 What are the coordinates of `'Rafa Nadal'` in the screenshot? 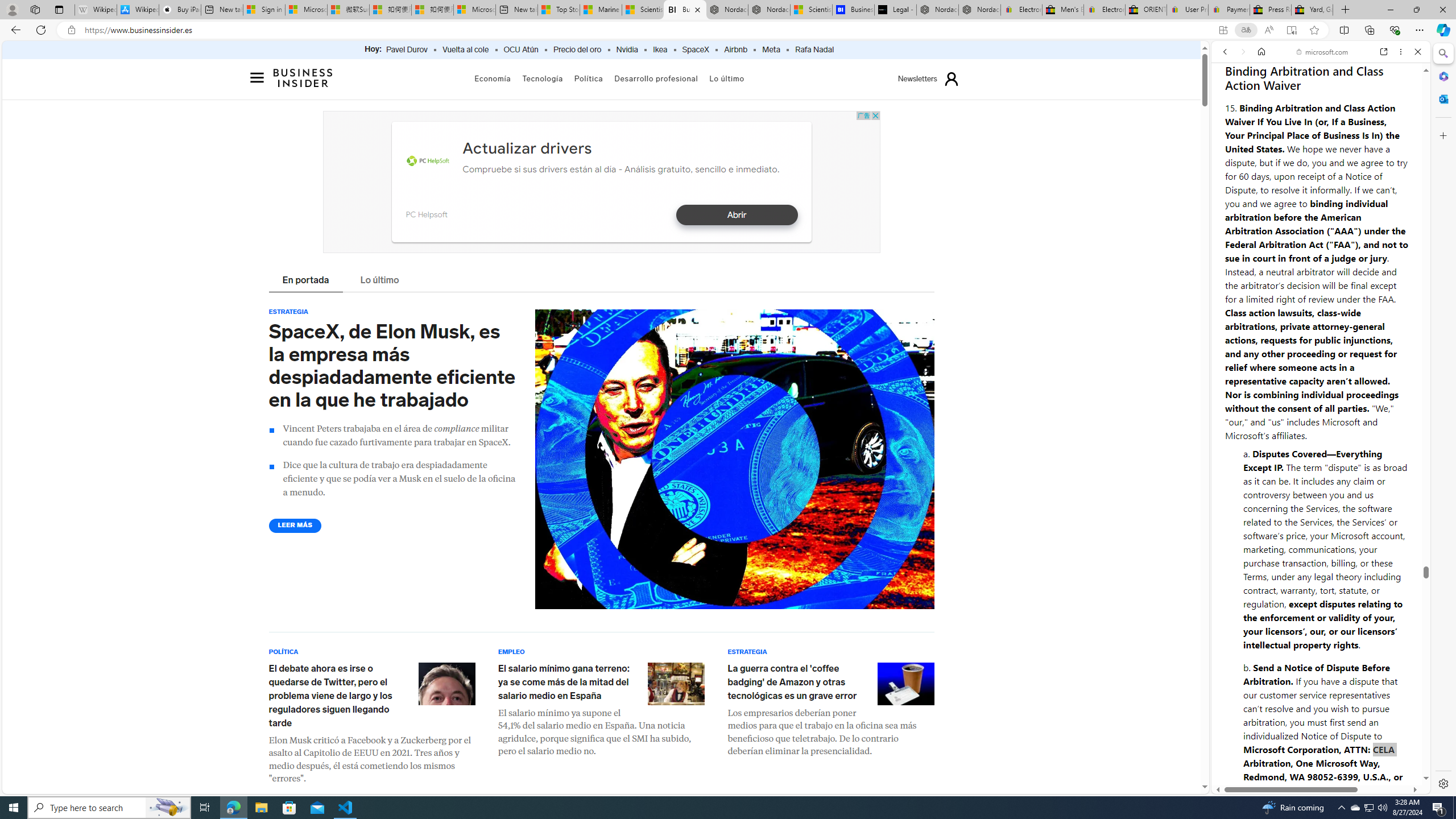 It's located at (814, 49).